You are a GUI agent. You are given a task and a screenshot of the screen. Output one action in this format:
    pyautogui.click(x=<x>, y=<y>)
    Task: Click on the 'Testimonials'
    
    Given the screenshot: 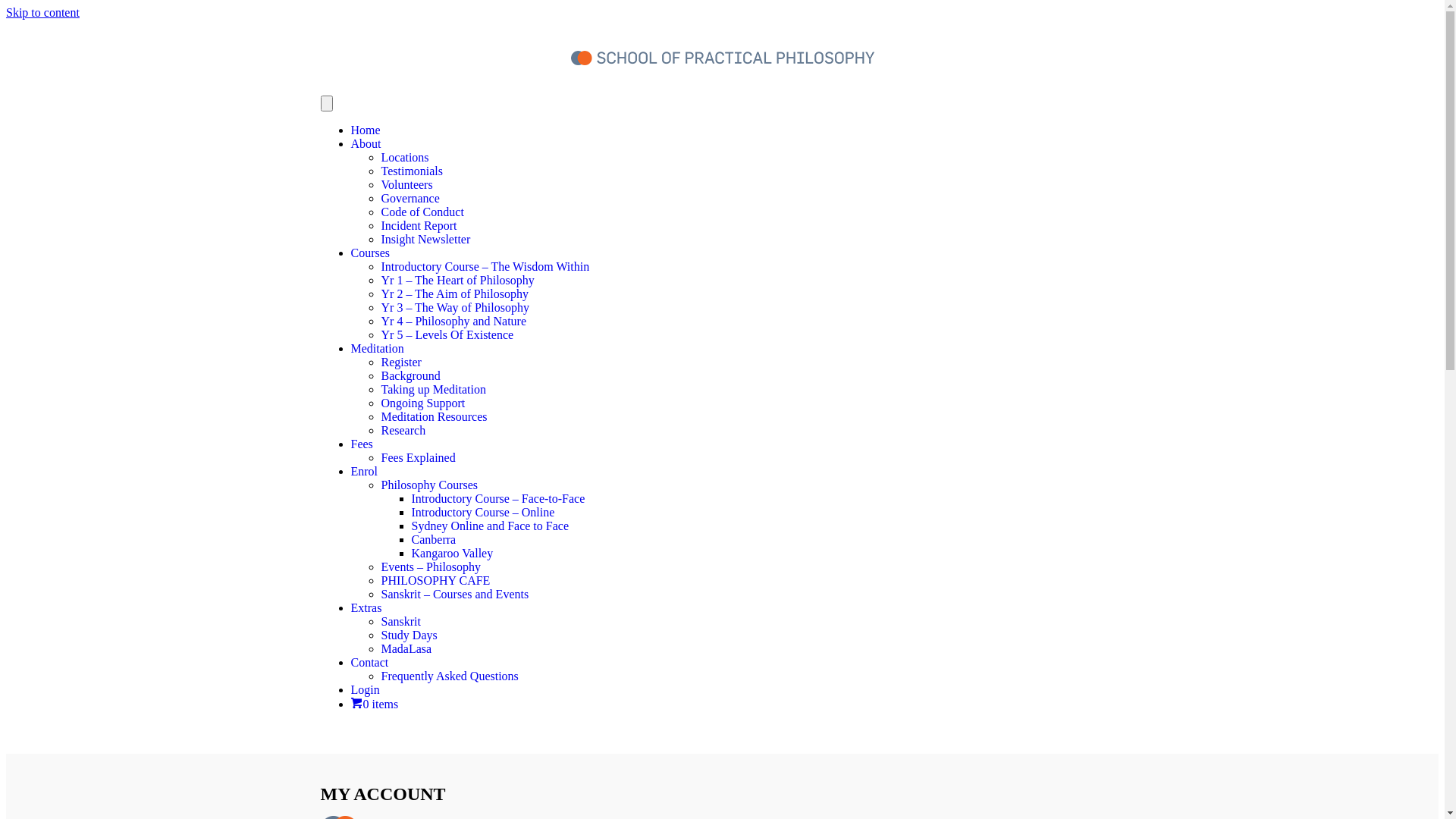 What is the action you would take?
    pyautogui.click(x=381, y=171)
    